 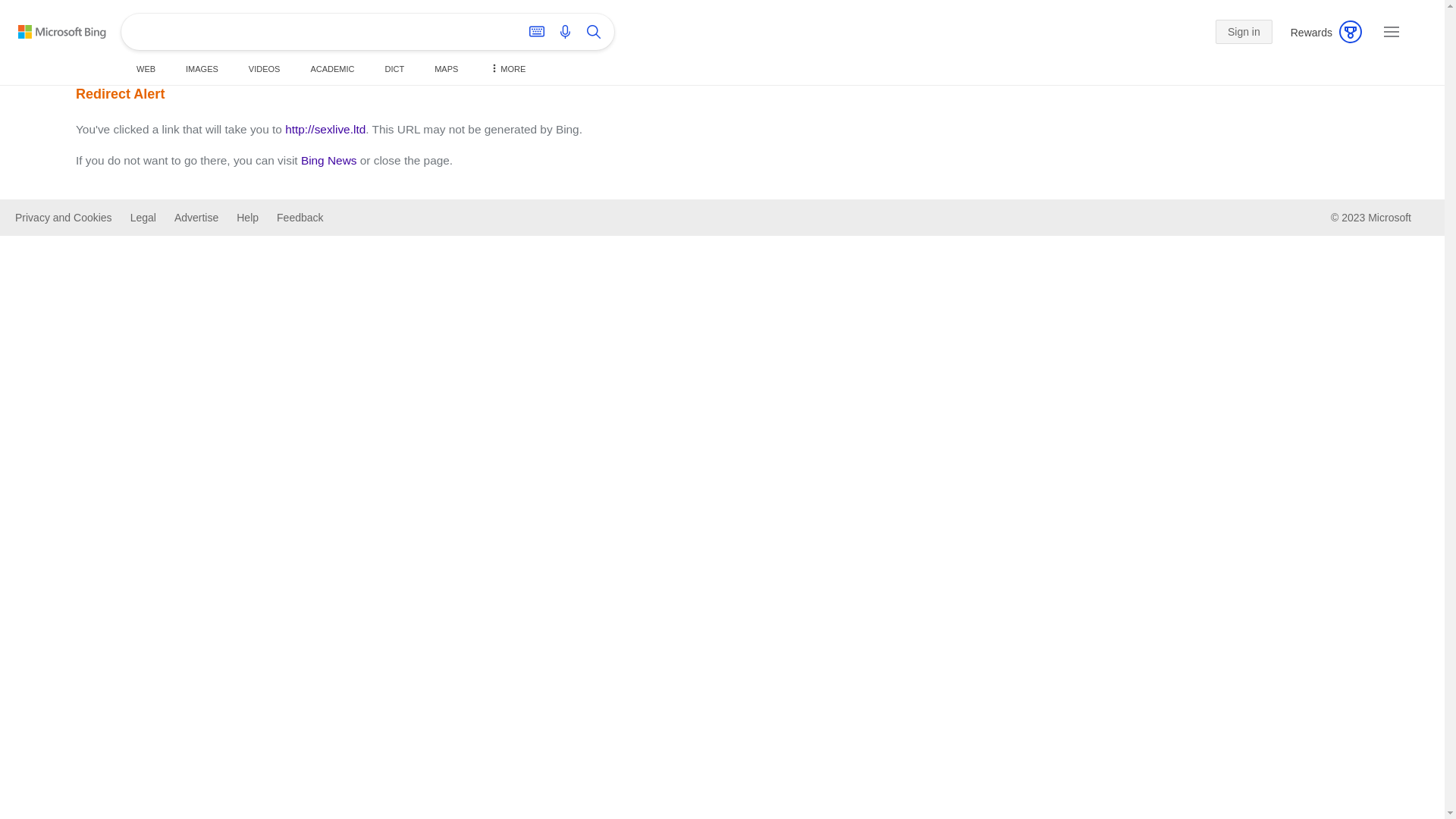 What do you see at coordinates (328, 160) in the screenshot?
I see `'Bing News'` at bounding box center [328, 160].